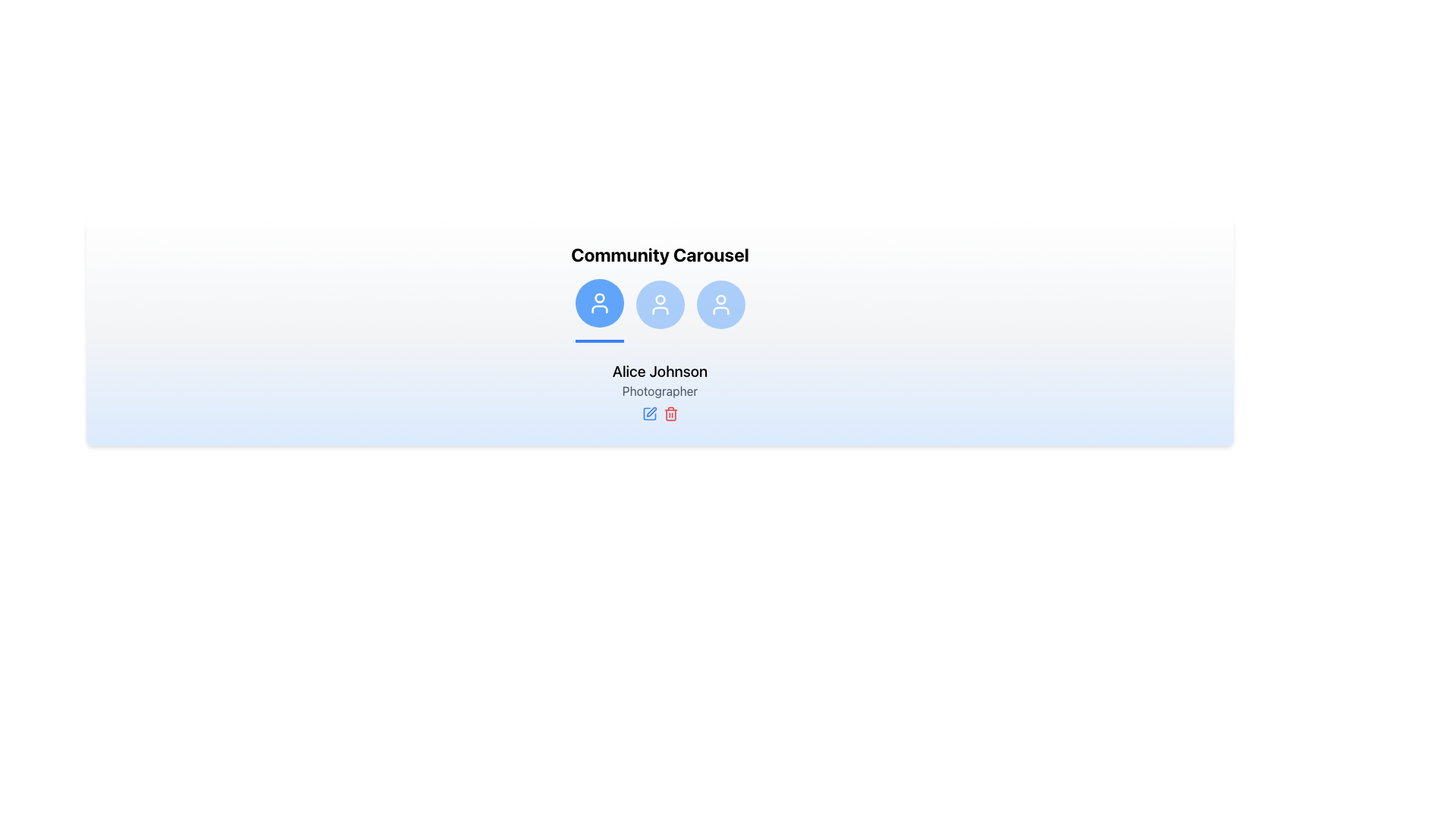 This screenshot has height=819, width=1456. What do you see at coordinates (720, 304) in the screenshot?
I see `the person icon within the blue circular button` at bounding box center [720, 304].